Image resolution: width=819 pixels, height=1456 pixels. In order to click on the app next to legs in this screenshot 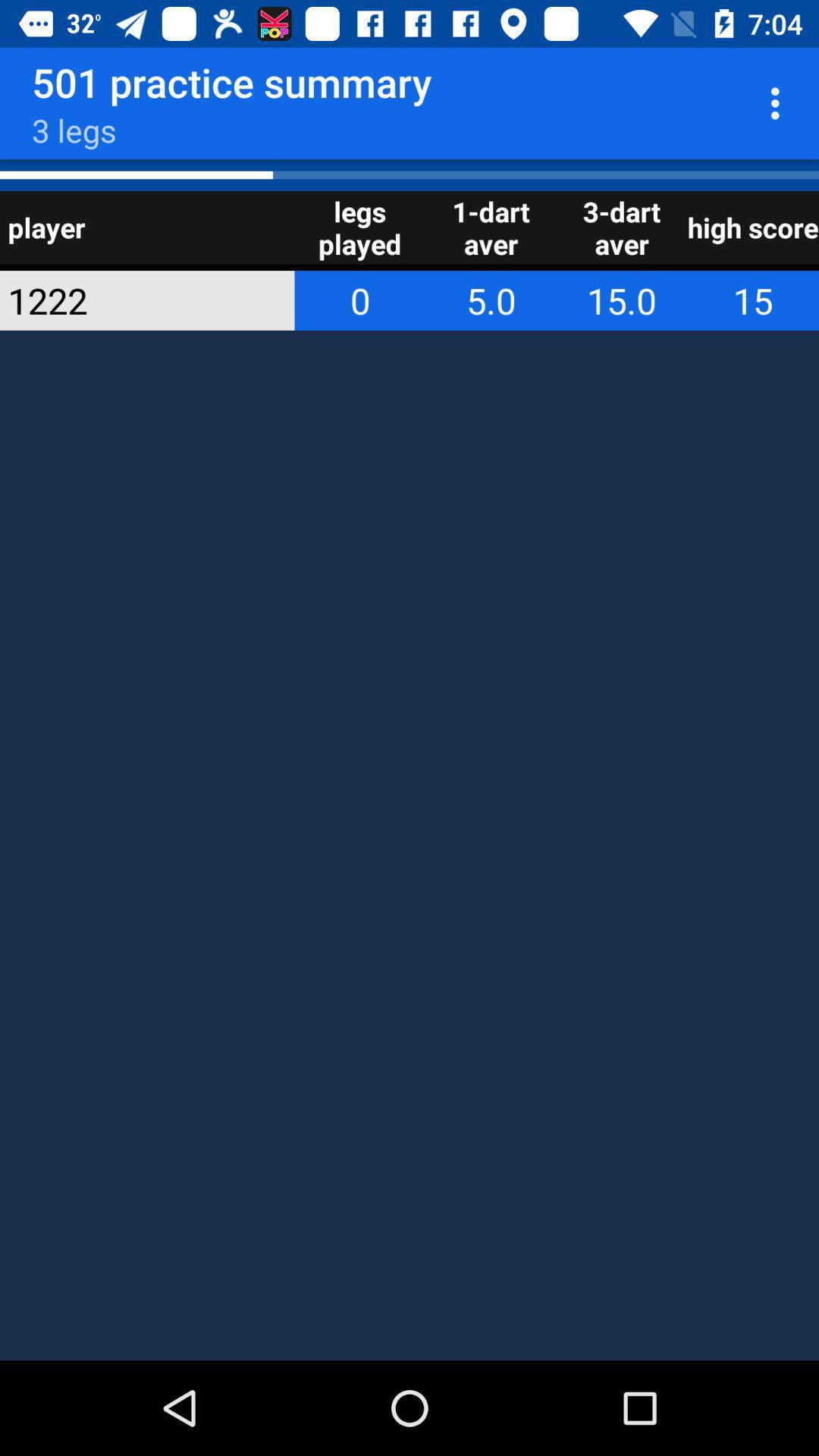, I will do `click(126, 300)`.